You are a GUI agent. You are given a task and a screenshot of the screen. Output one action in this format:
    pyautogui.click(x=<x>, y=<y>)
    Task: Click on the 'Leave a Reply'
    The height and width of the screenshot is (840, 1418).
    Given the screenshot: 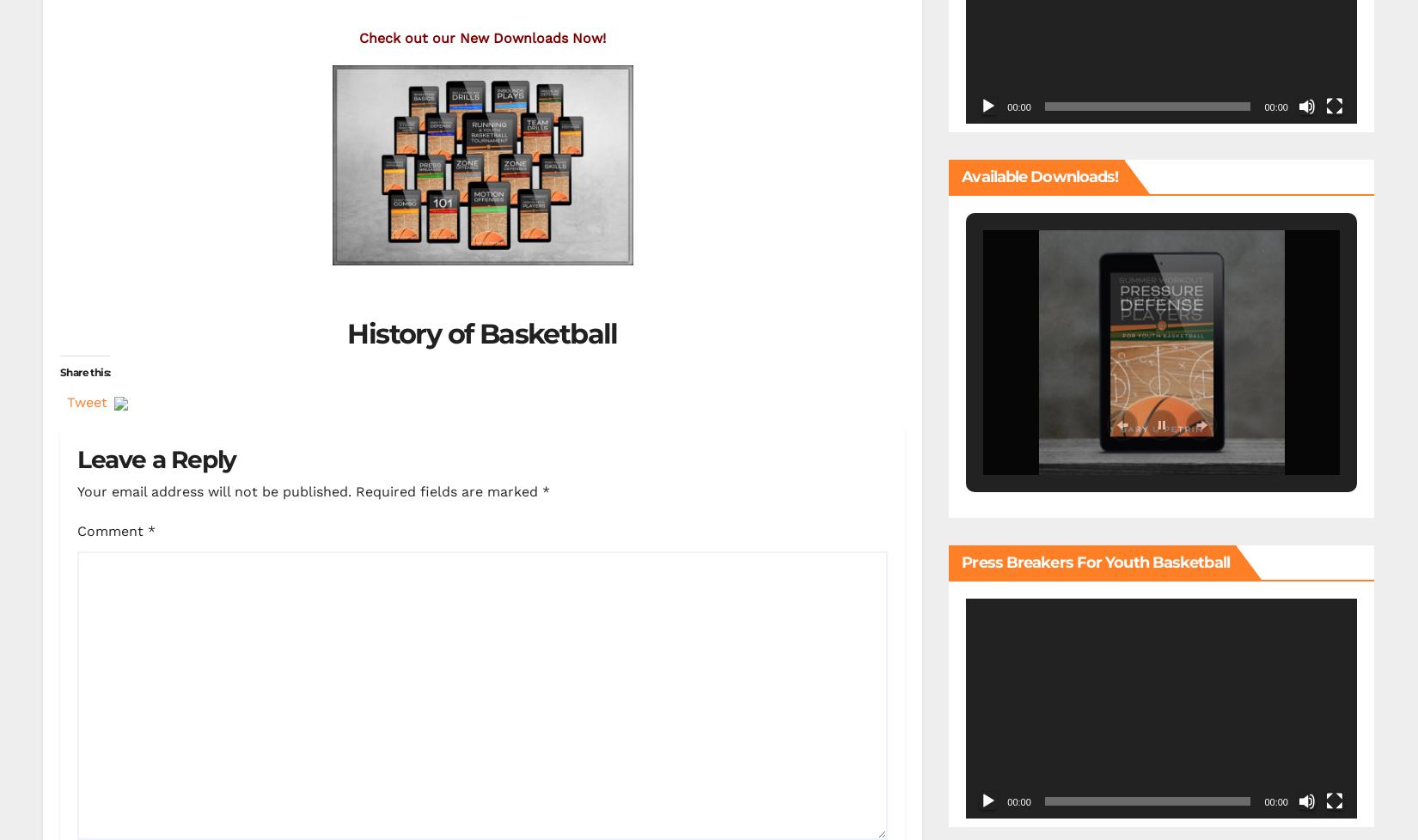 What is the action you would take?
    pyautogui.click(x=156, y=458)
    